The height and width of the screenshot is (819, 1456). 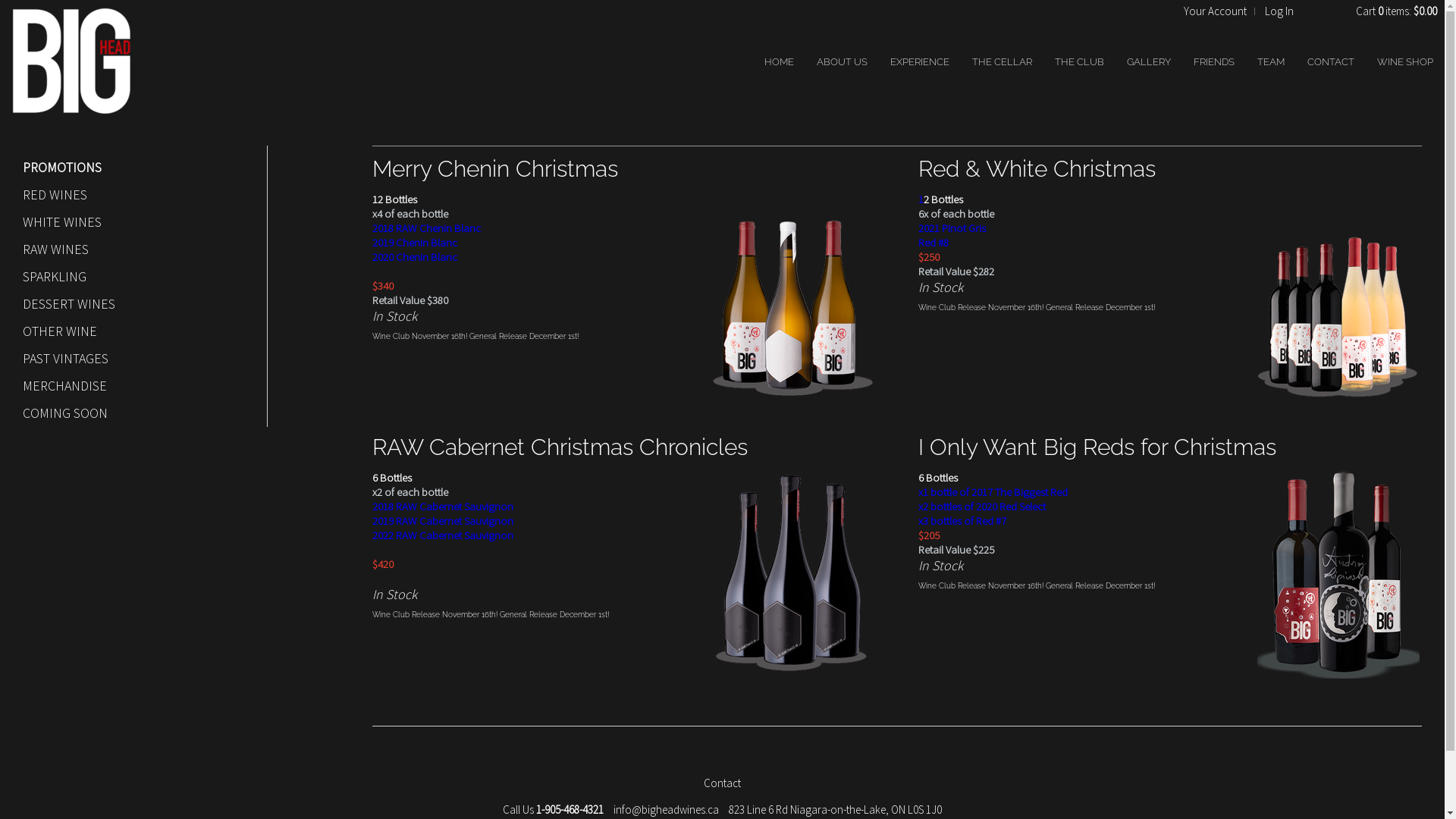 What do you see at coordinates (1278, 11) in the screenshot?
I see `'Log In'` at bounding box center [1278, 11].